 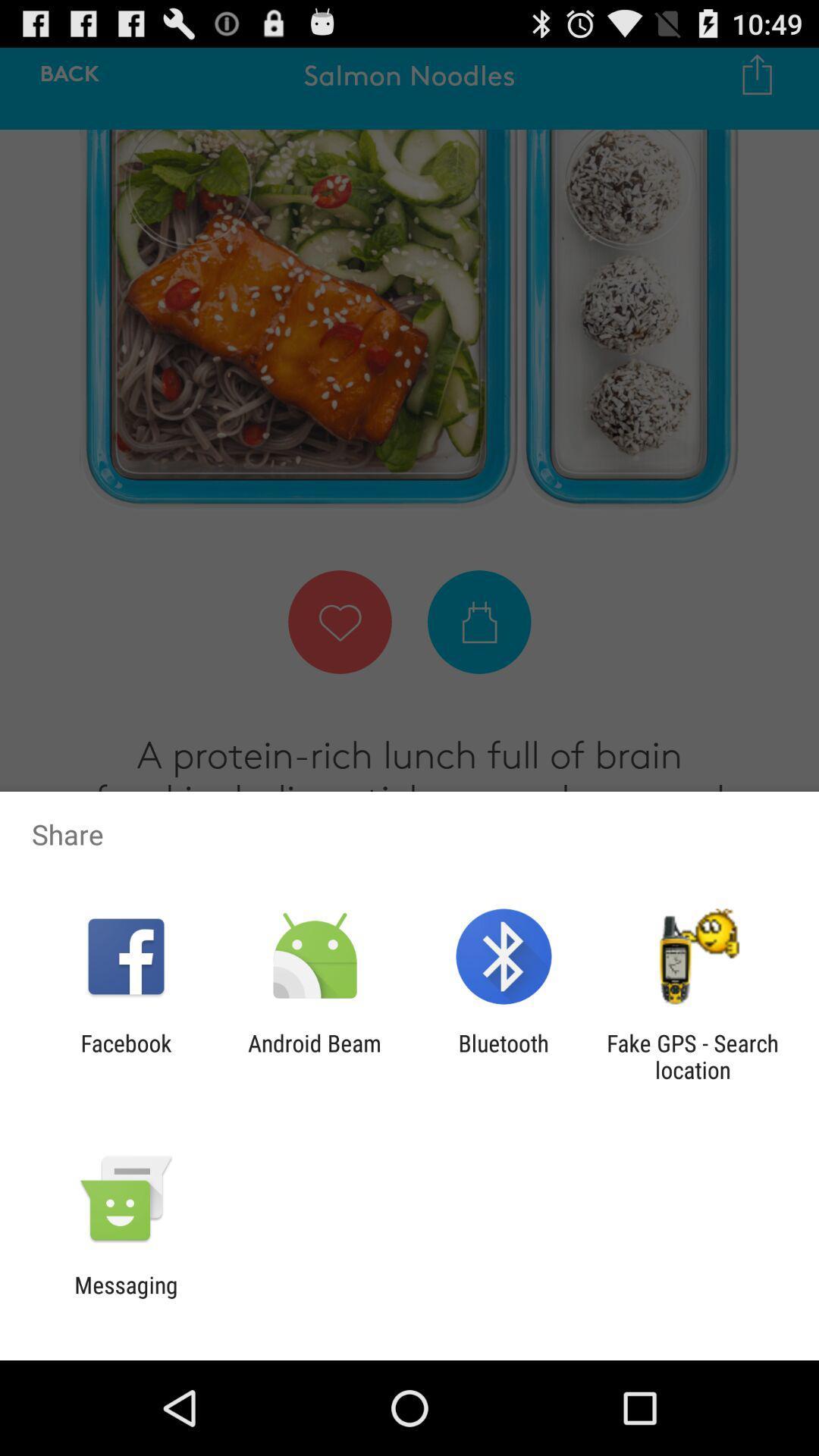 I want to click on item to the left of the fake gps search item, so click(x=504, y=1056).